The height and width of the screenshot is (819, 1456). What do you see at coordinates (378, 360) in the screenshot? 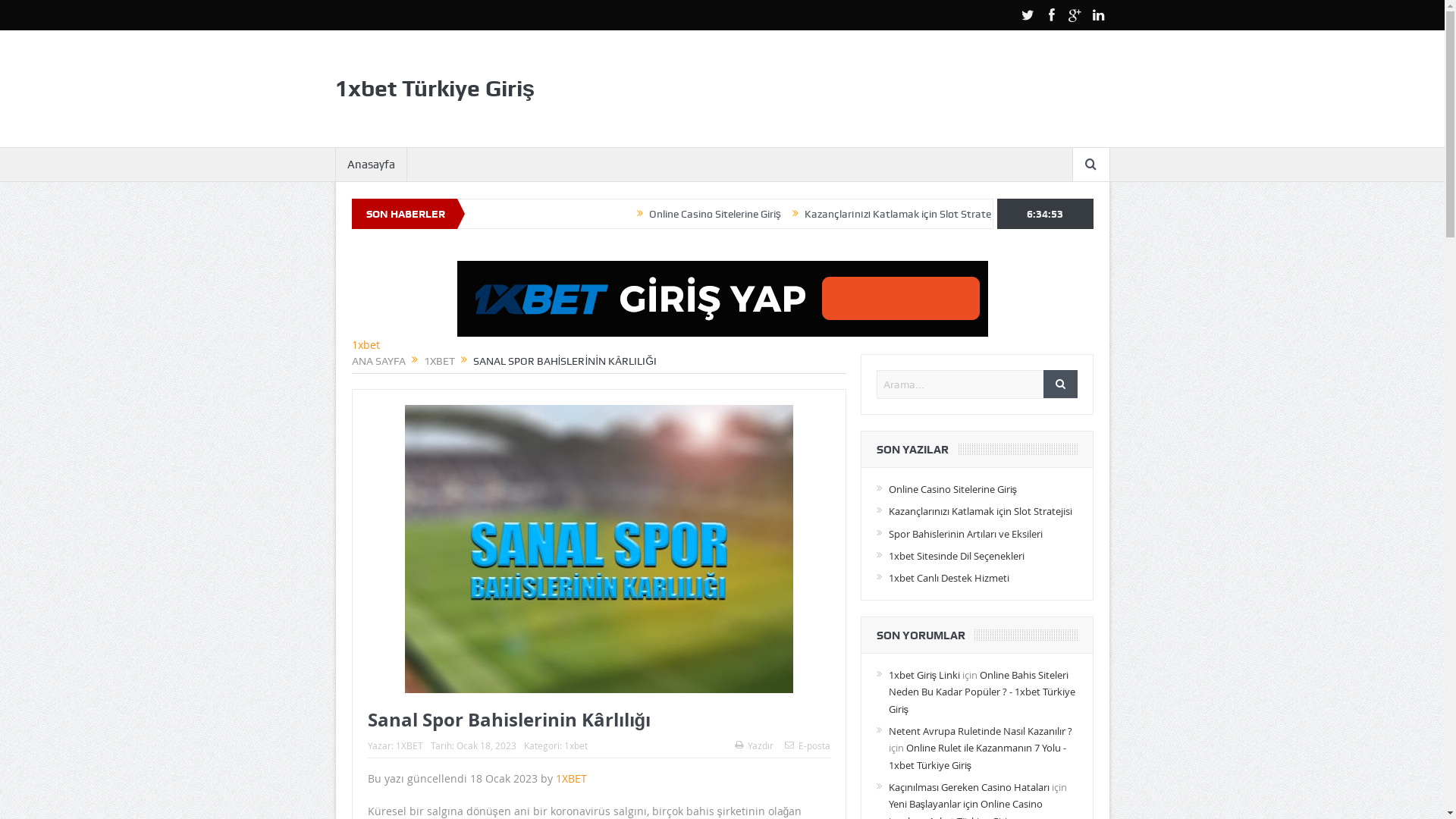
I see `'ANA SAYFA'` at bounding box center [378, 360].